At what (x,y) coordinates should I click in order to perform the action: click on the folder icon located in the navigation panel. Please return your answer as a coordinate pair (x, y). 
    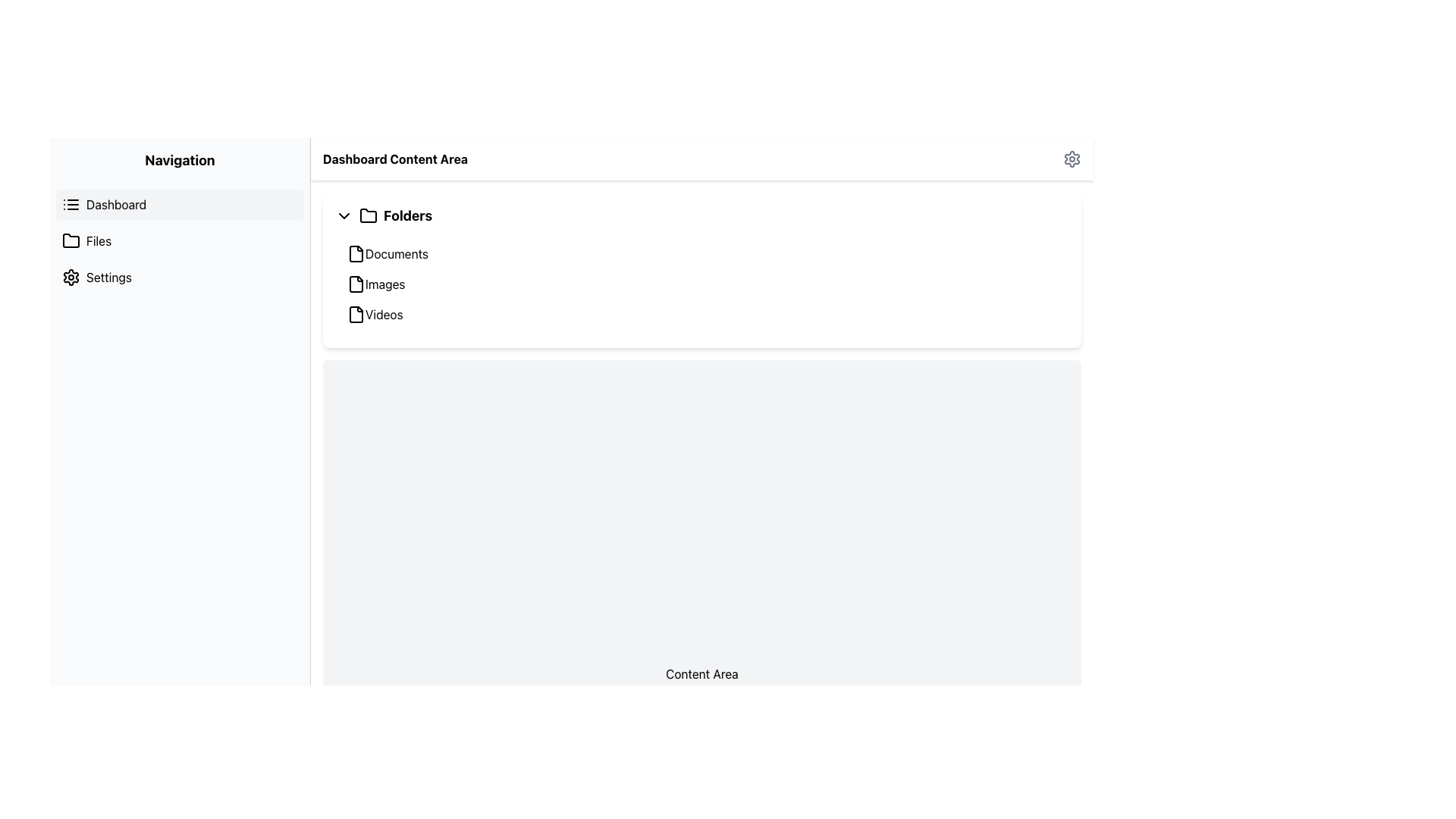
    Looking at the image, I should click on (71, 240).